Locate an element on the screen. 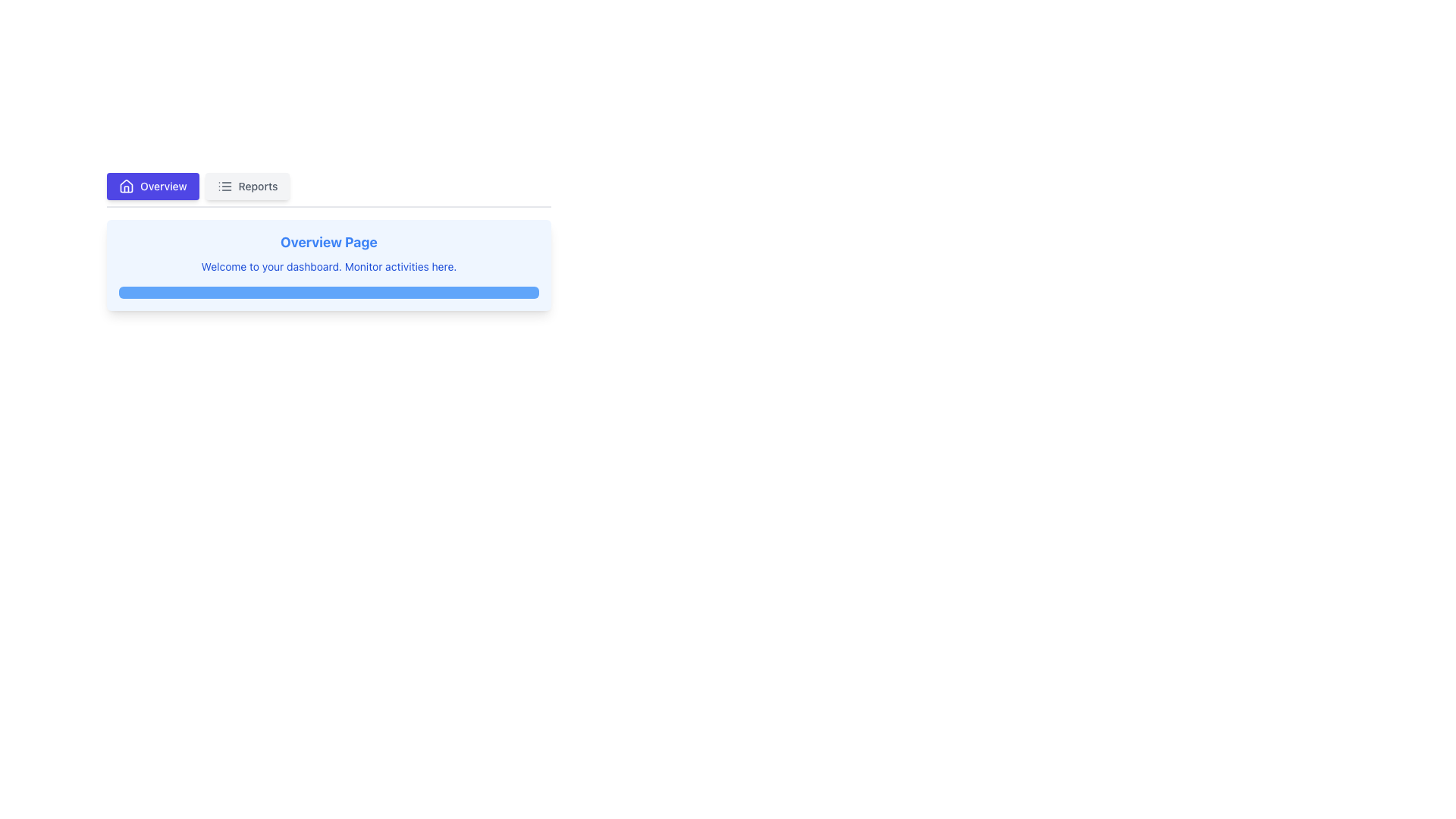 The image size is (1456, 819). the progress bar located at the bottom of the light blue card titled 'Overview Page', which contains a description 'Welcome to your dashboard. Monitor activities here.' is located at coordinates (328, 292).